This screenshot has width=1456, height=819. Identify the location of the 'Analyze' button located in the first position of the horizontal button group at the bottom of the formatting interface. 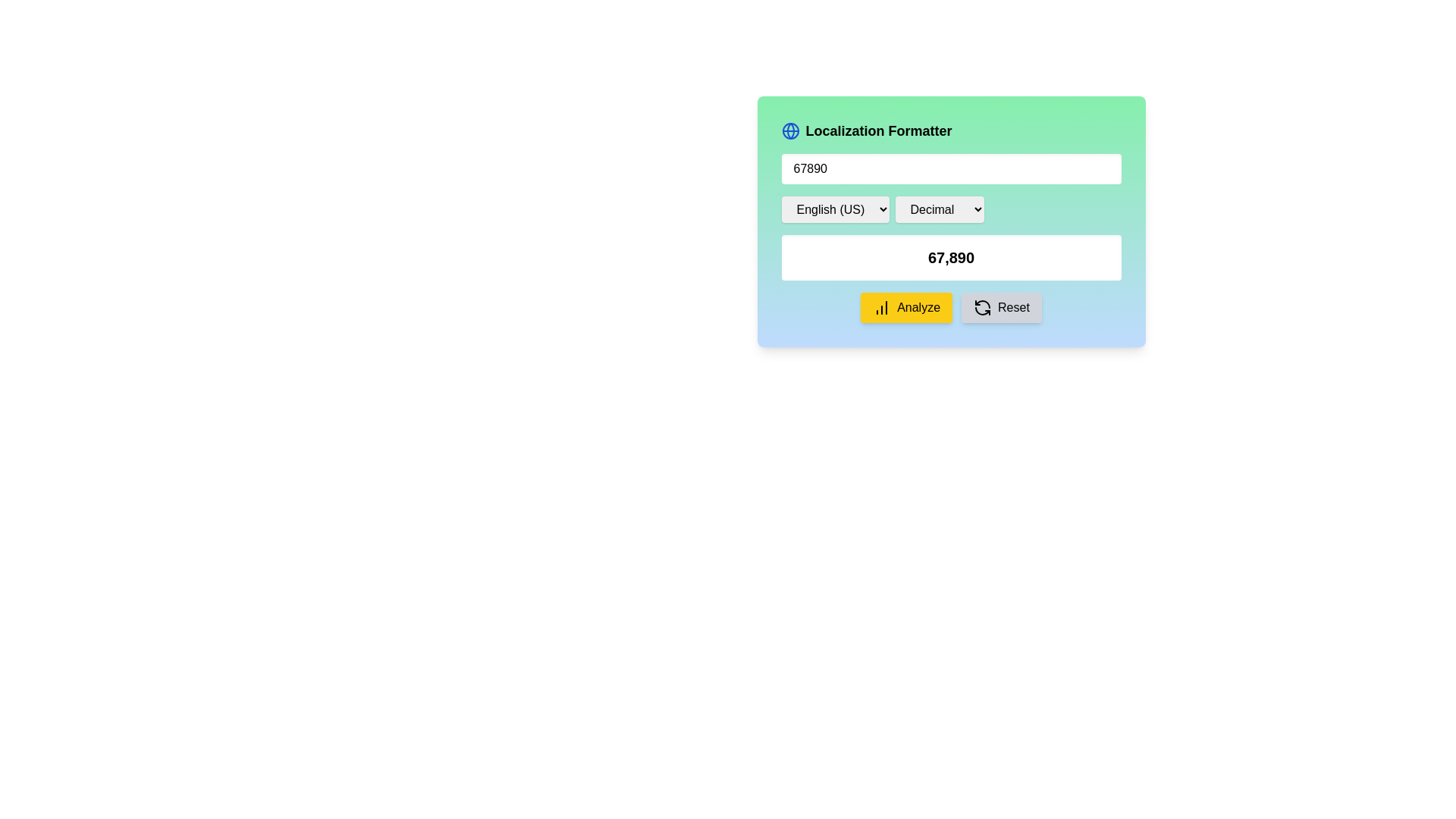
(906, 307).